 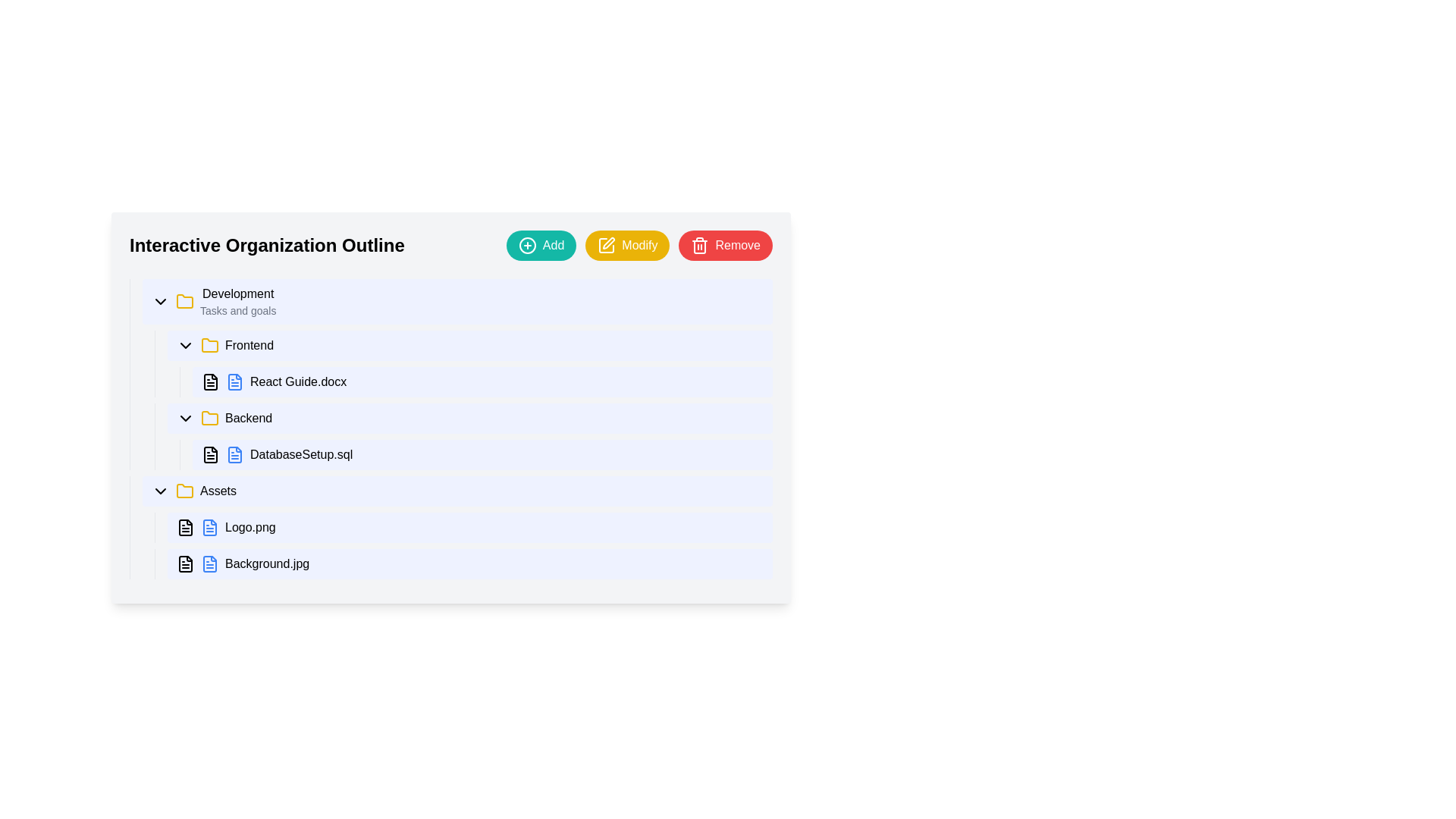 What do you see at coordinates (210, 381) in the screenshot?
I see `the icon representing the file 'React Guide.docx' located in the 'Frontend' section, which is the leftmost icon in its row` at bounding box center [210, 381].